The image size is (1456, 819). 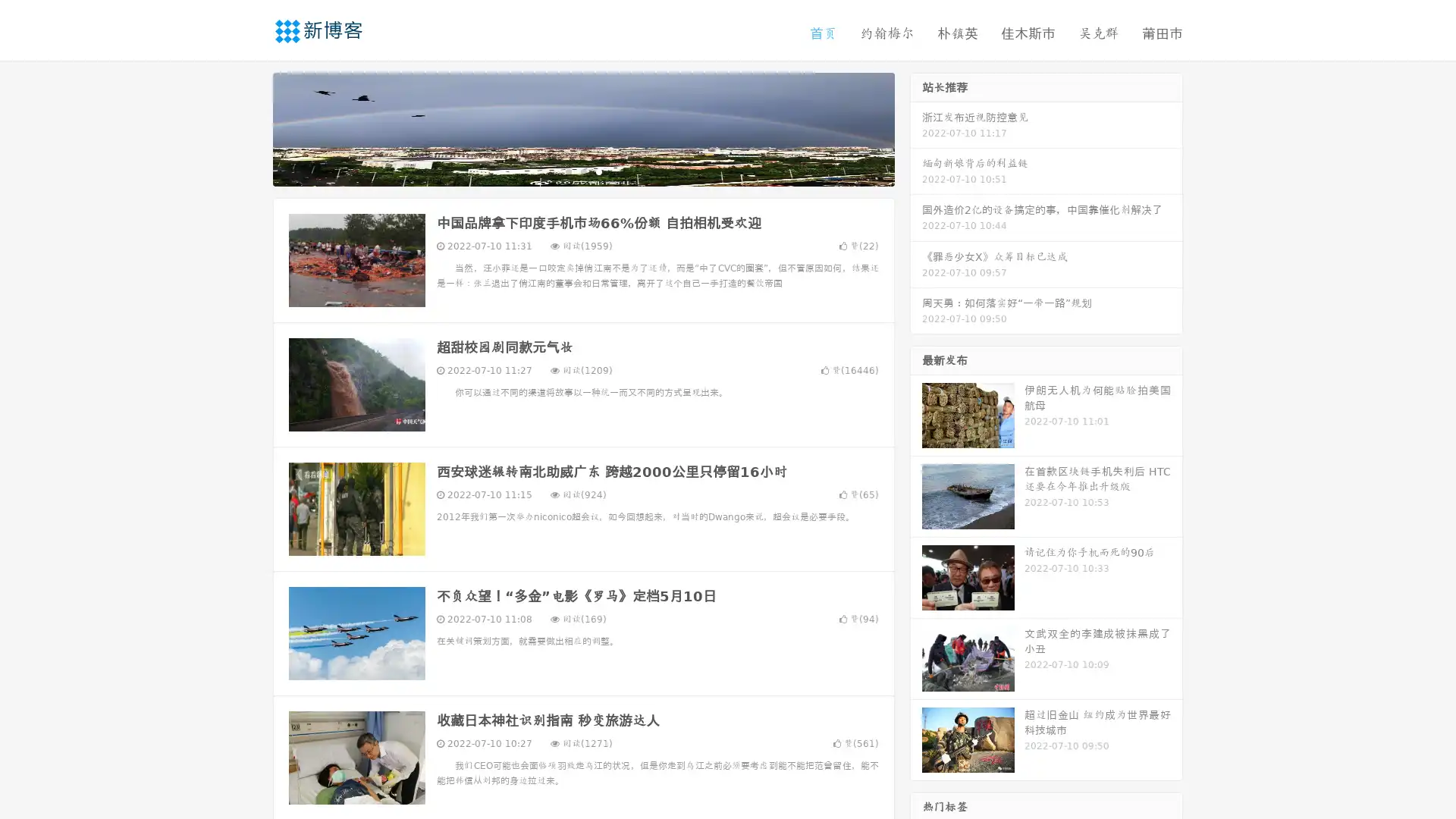 What do you see at coordinates (250, 127) in the screenshot?
I see `Previous slide` at bounding box center [250, 127].